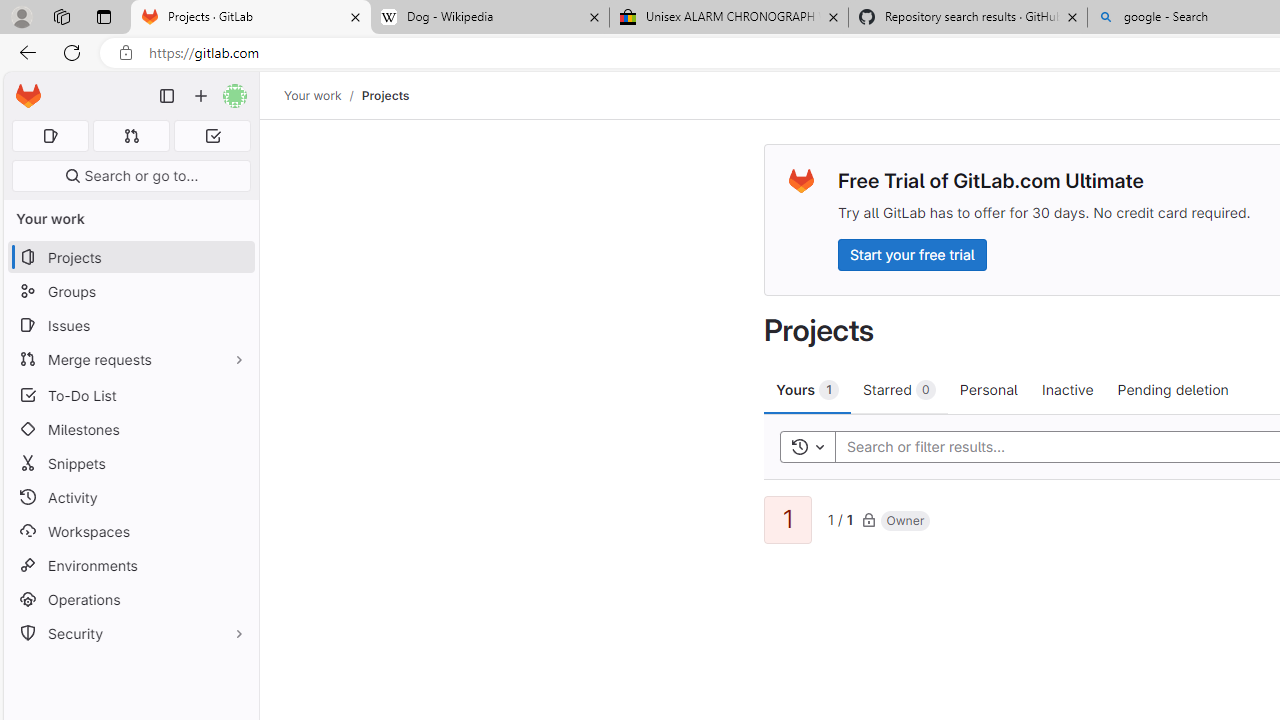  Describe the element at coordinates (50, 135) in the screenshot. I see `'Assigned issues 0'` at that location.